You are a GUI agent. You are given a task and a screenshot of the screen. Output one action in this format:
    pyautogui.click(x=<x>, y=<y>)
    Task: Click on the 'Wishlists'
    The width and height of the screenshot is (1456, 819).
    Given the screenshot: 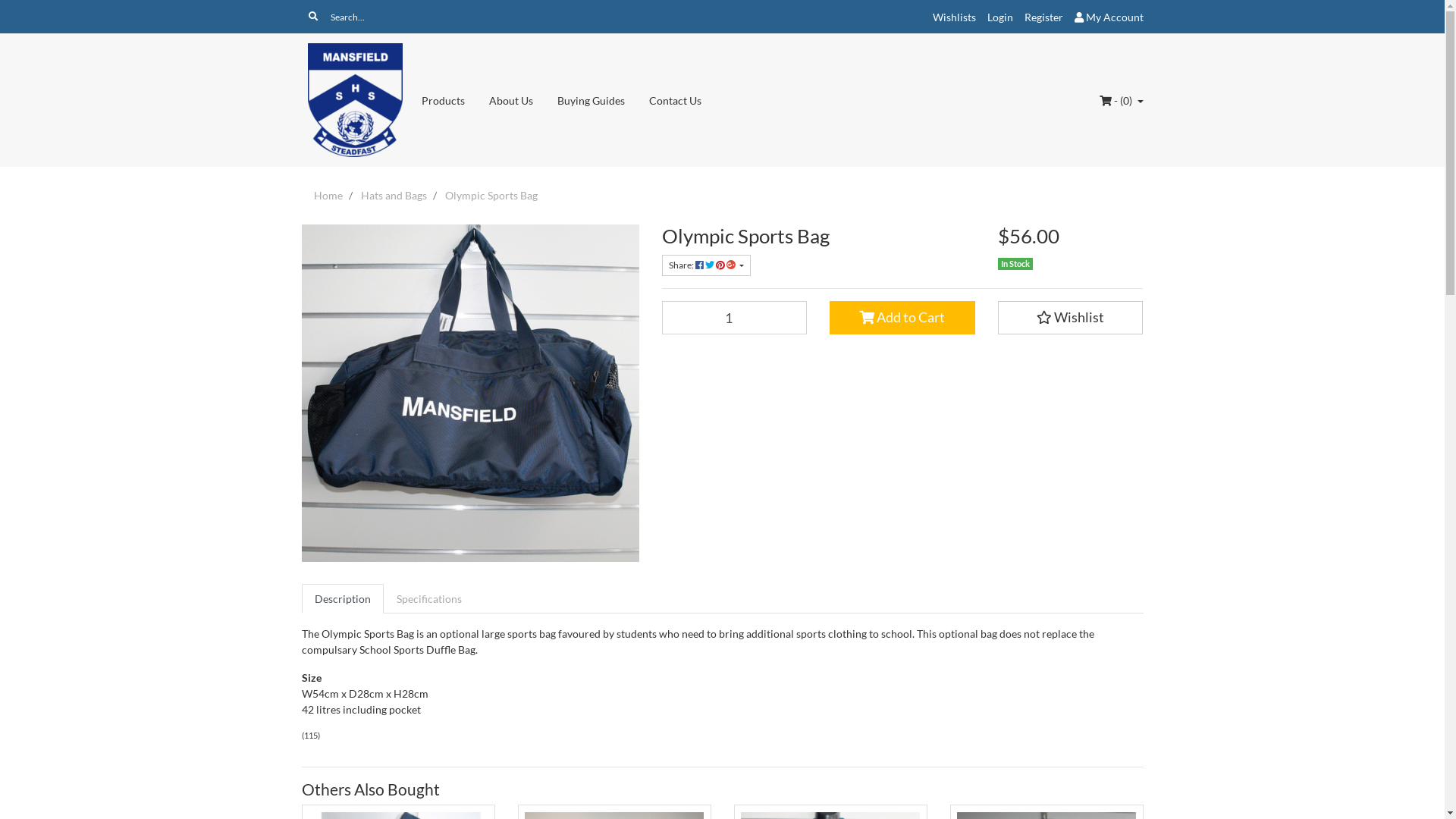 What is the action you would take?
    pyautogui.click(x=953, y=17)
    